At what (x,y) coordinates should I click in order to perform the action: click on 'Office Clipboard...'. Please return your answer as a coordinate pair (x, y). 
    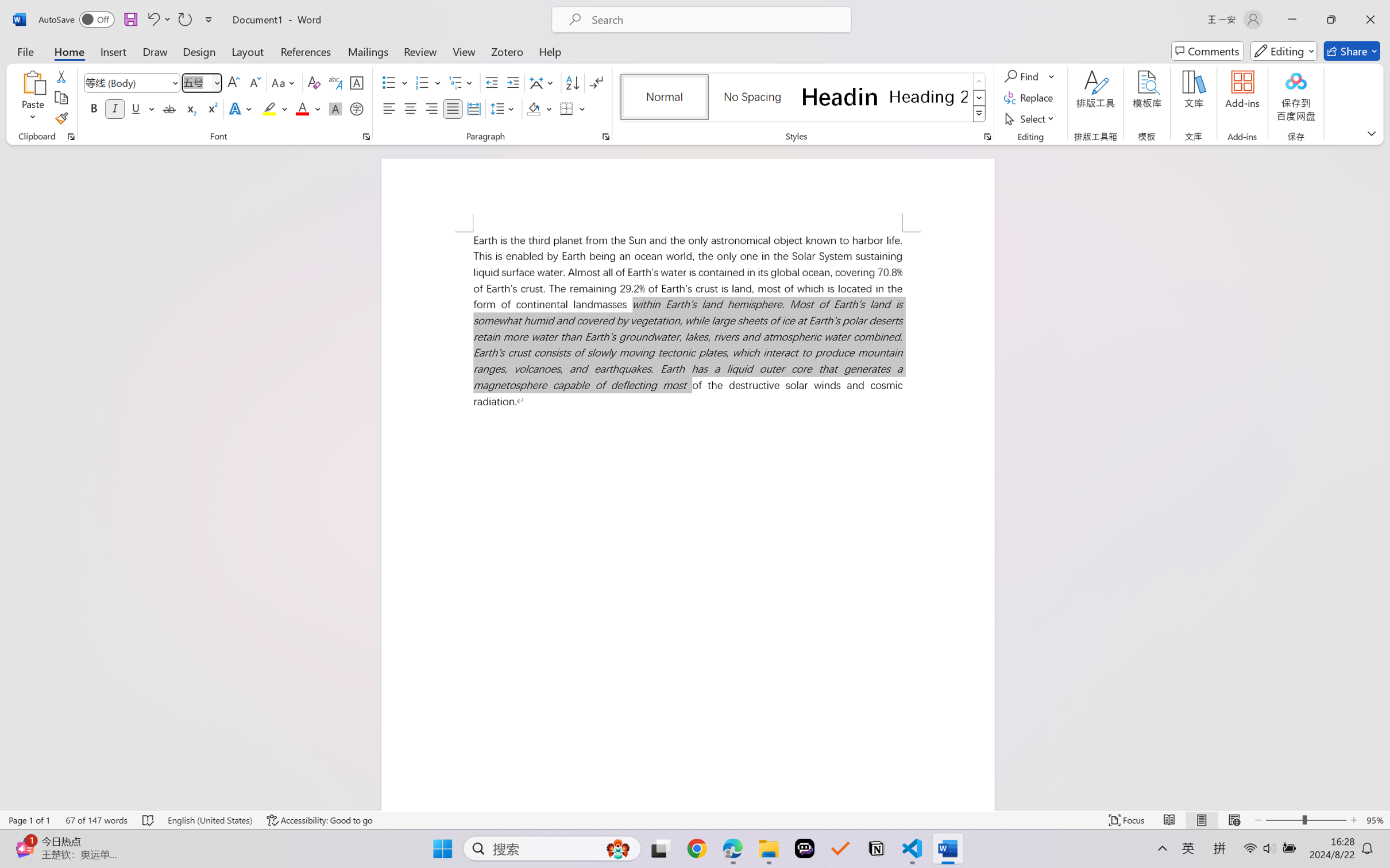
    Looking at the image, I should click on (70, 136).